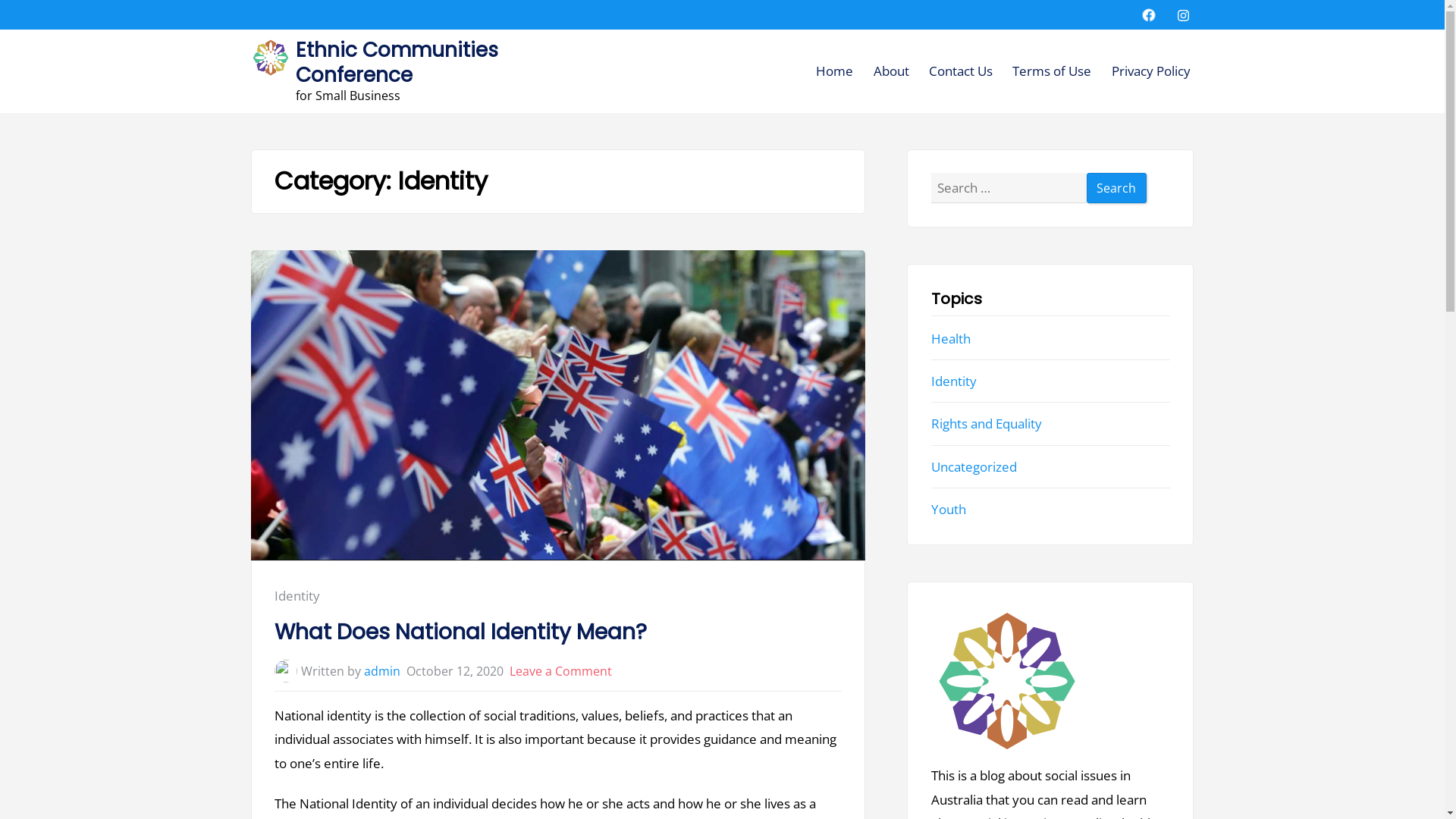  What do you see at coordinates (1117, 187) in the screenshot?
I see `'Search'` at bounding box center [1117, 187].